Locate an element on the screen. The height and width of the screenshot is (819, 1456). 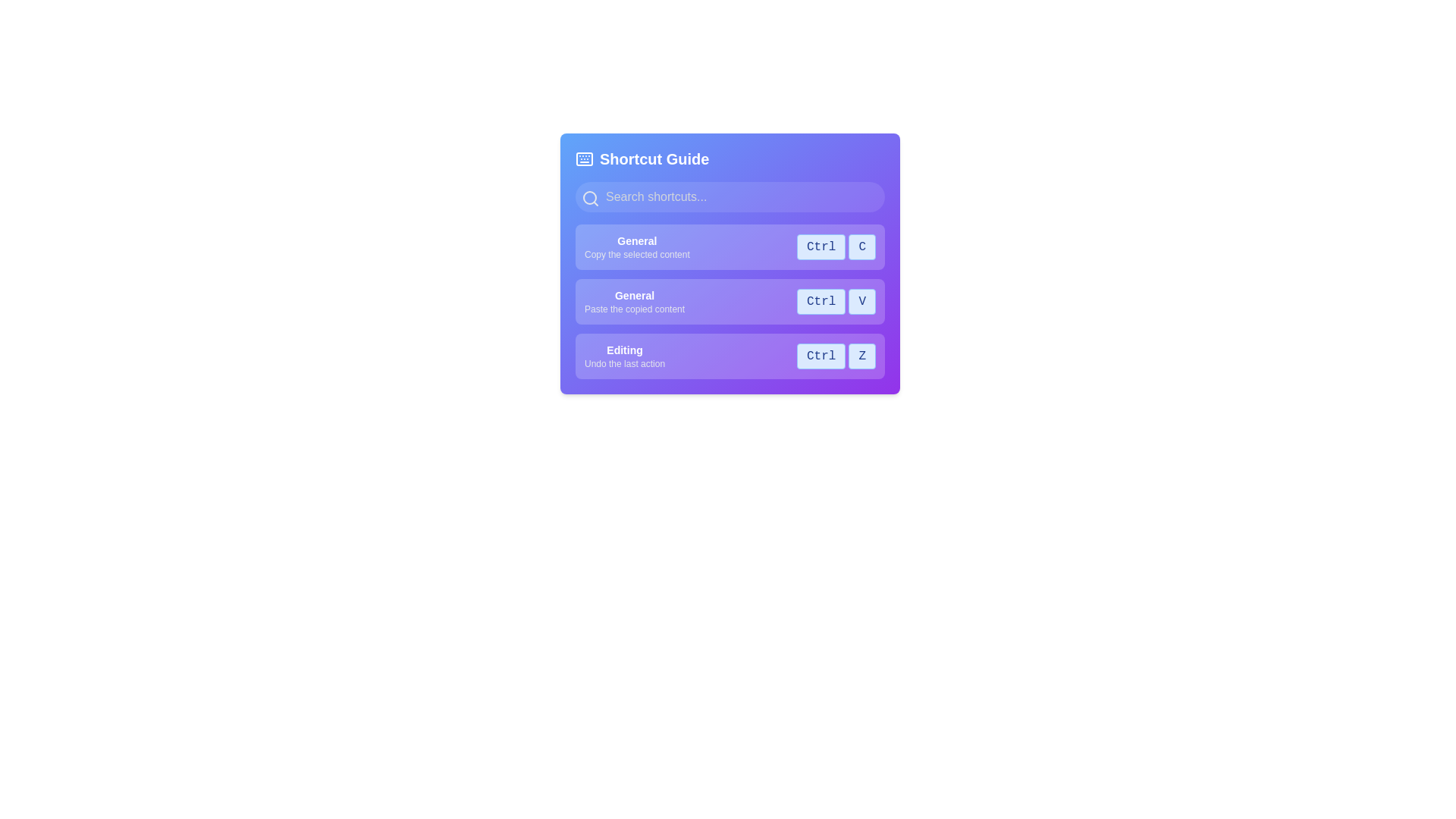
the text label that says 'Paste the copied content', which is located below the 'General' text in the shortcut descriptions list is located at coordinates (635, 309).